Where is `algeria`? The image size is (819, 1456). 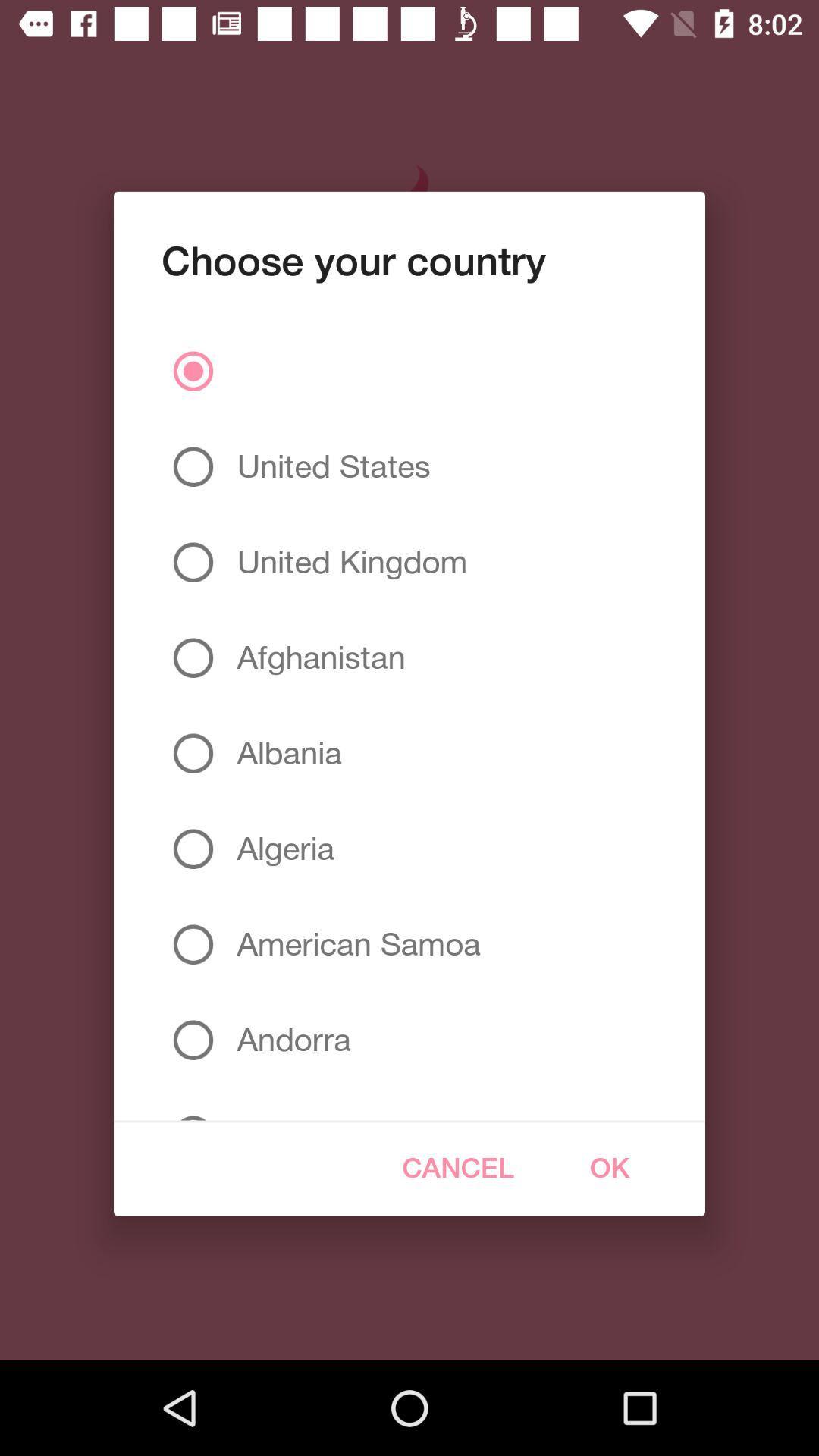
algeria is located at coordinates (280, 848).